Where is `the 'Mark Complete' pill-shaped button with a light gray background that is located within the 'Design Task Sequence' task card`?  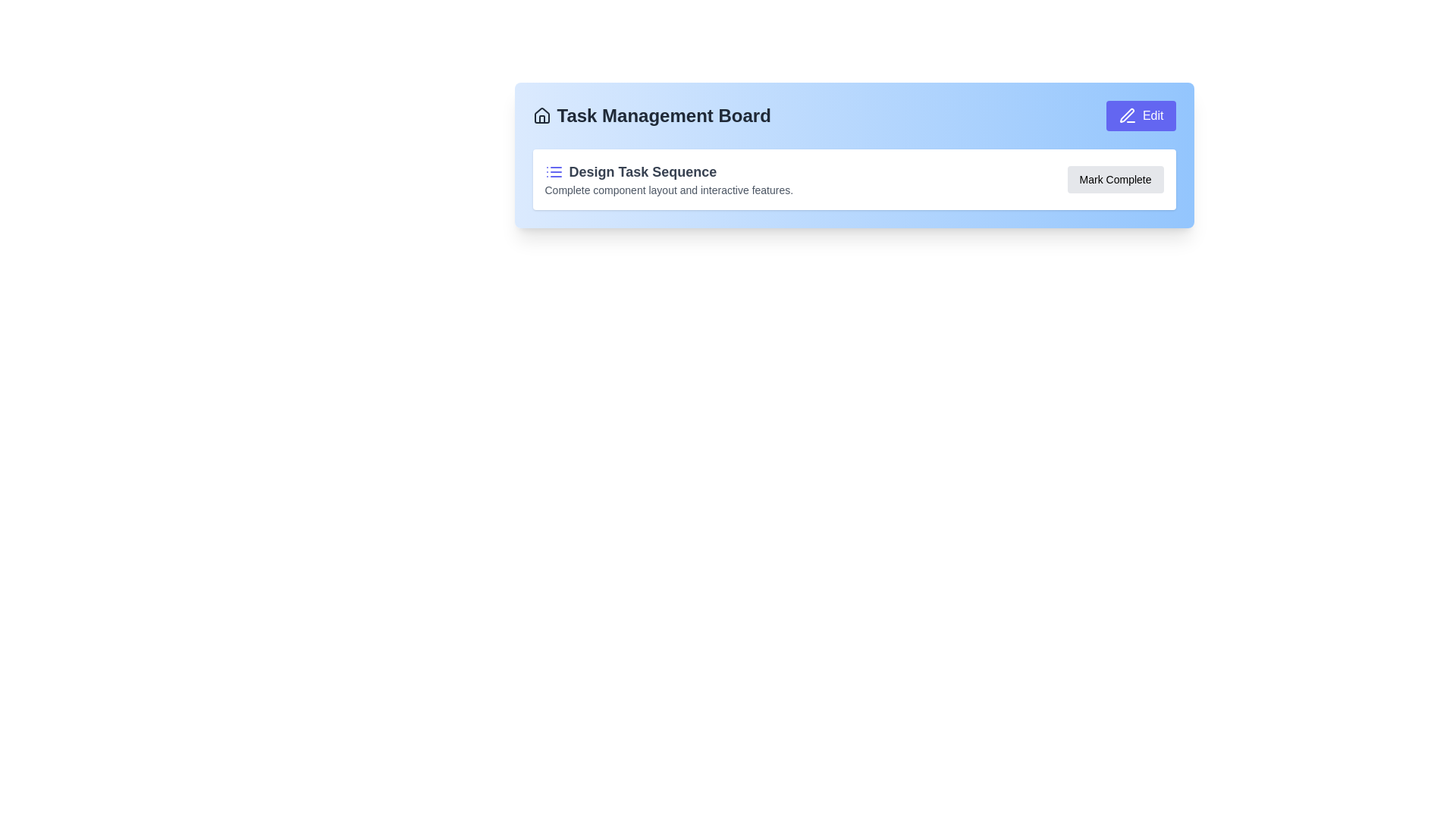 the 'Mark Complete' pill-shaped button with a light gray background that is located within the 'Design Task Sequence' task card is located at coordinates (1116, 178).